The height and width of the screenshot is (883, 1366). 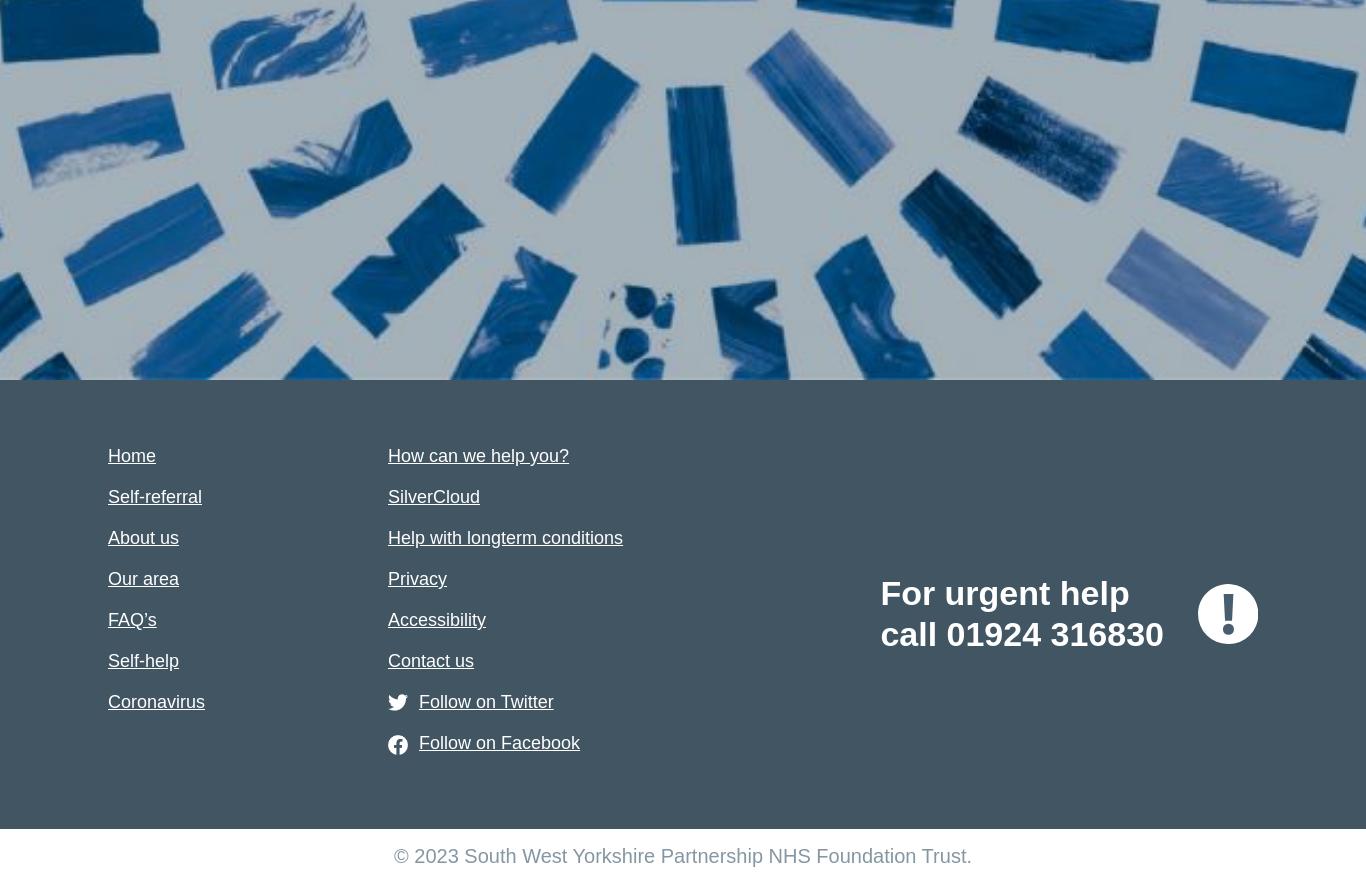 What do you see at coordinates (386, 660) in the screenshot?
I see `'Contact us'` at bounding box center [386, 660].